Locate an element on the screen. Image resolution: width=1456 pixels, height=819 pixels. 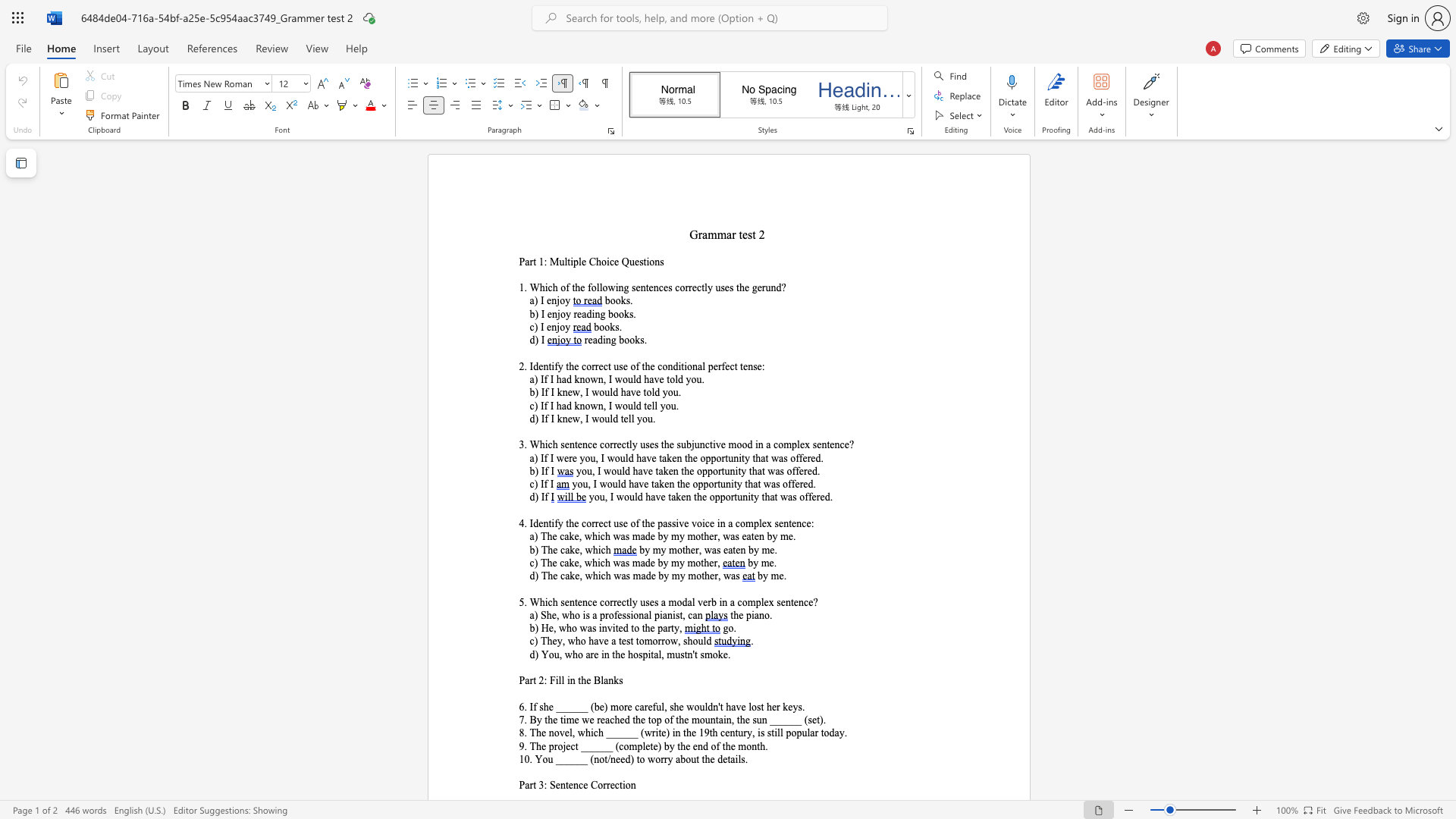
the subset text "n, I would tell" within the text "c) If I had known, I would tell you." is located at coordinates (597, 405).